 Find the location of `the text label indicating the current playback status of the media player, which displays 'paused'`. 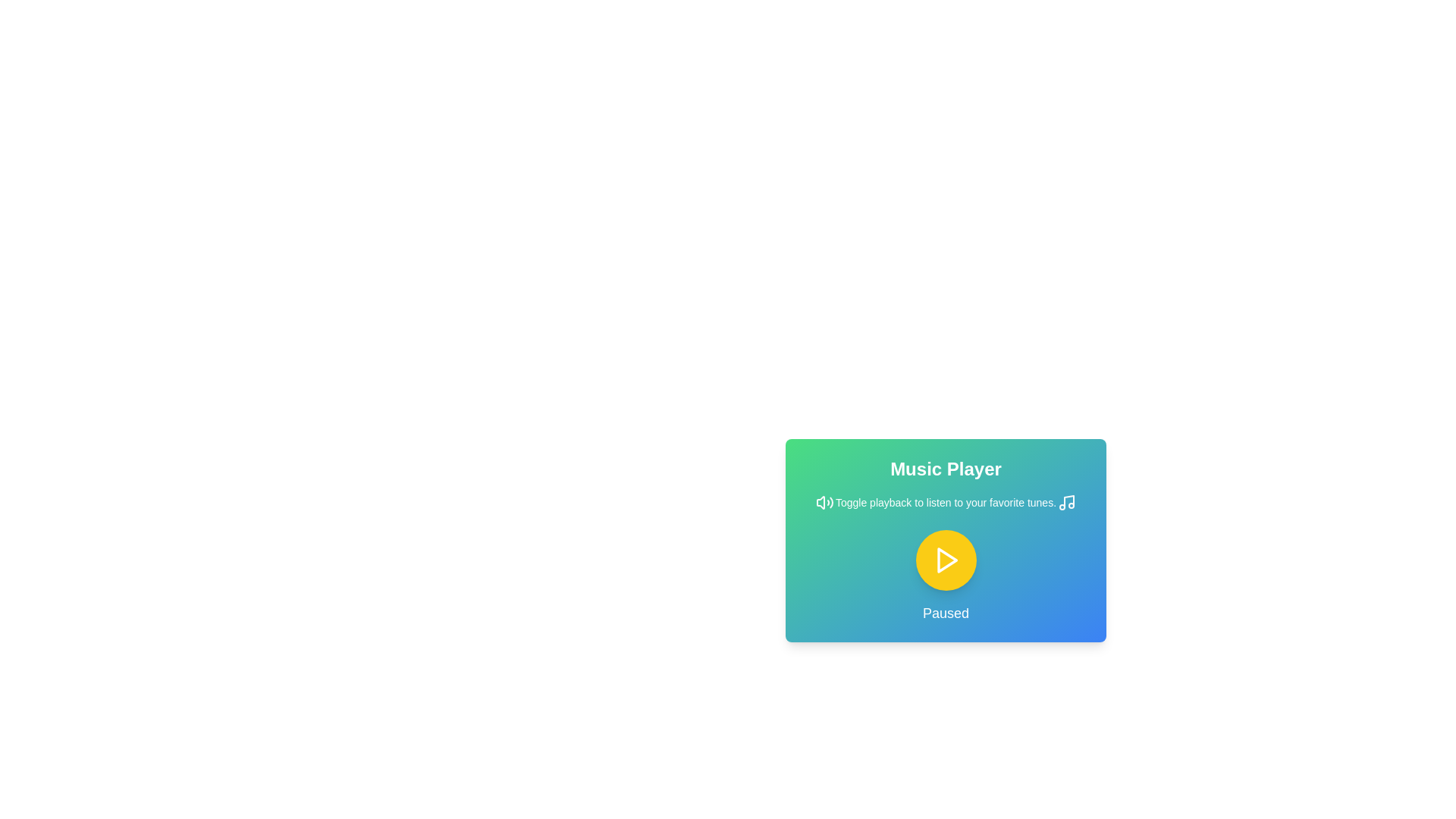

the text label indicating the current playback status of the media player, which displays 'paused' is located at coordinates (945, 613).